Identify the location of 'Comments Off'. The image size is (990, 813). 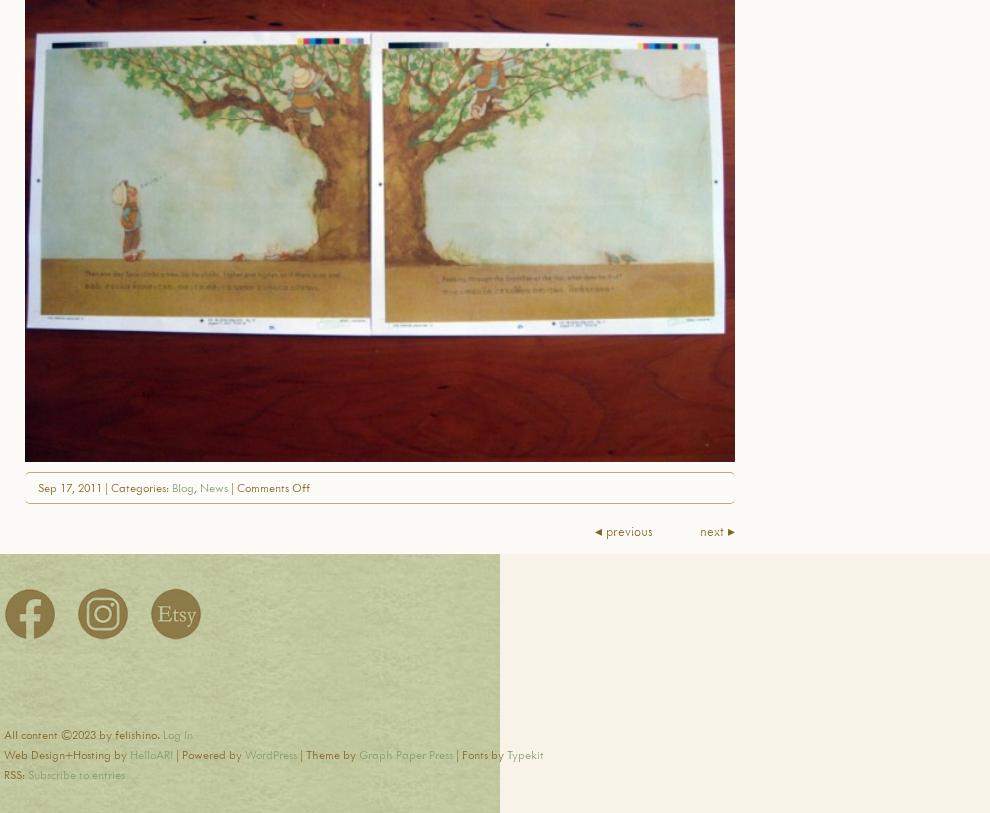
(273, 486).